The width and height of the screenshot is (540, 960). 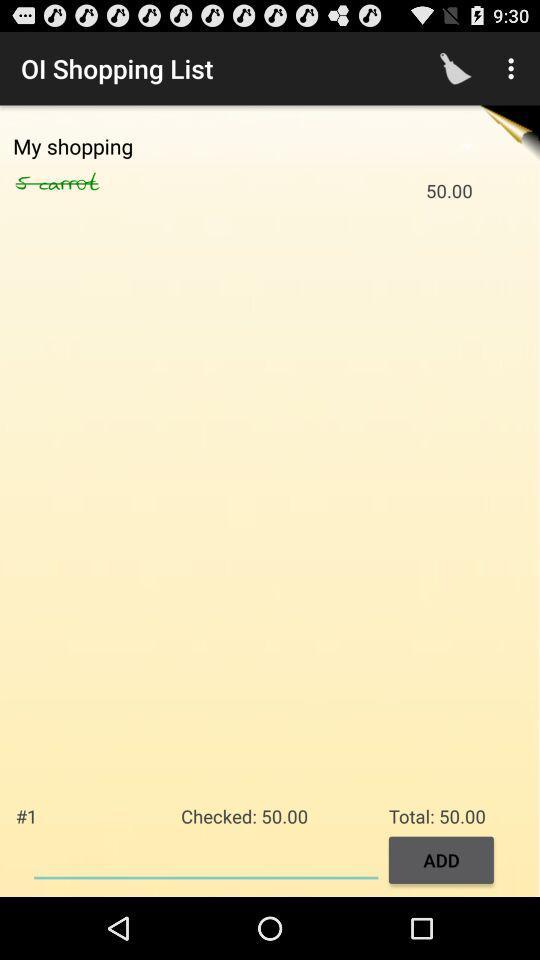 What do you see at coordinates (90, 183) in the screenshot?
I see `item below the my shopping app` at bounding box center [90, 183].